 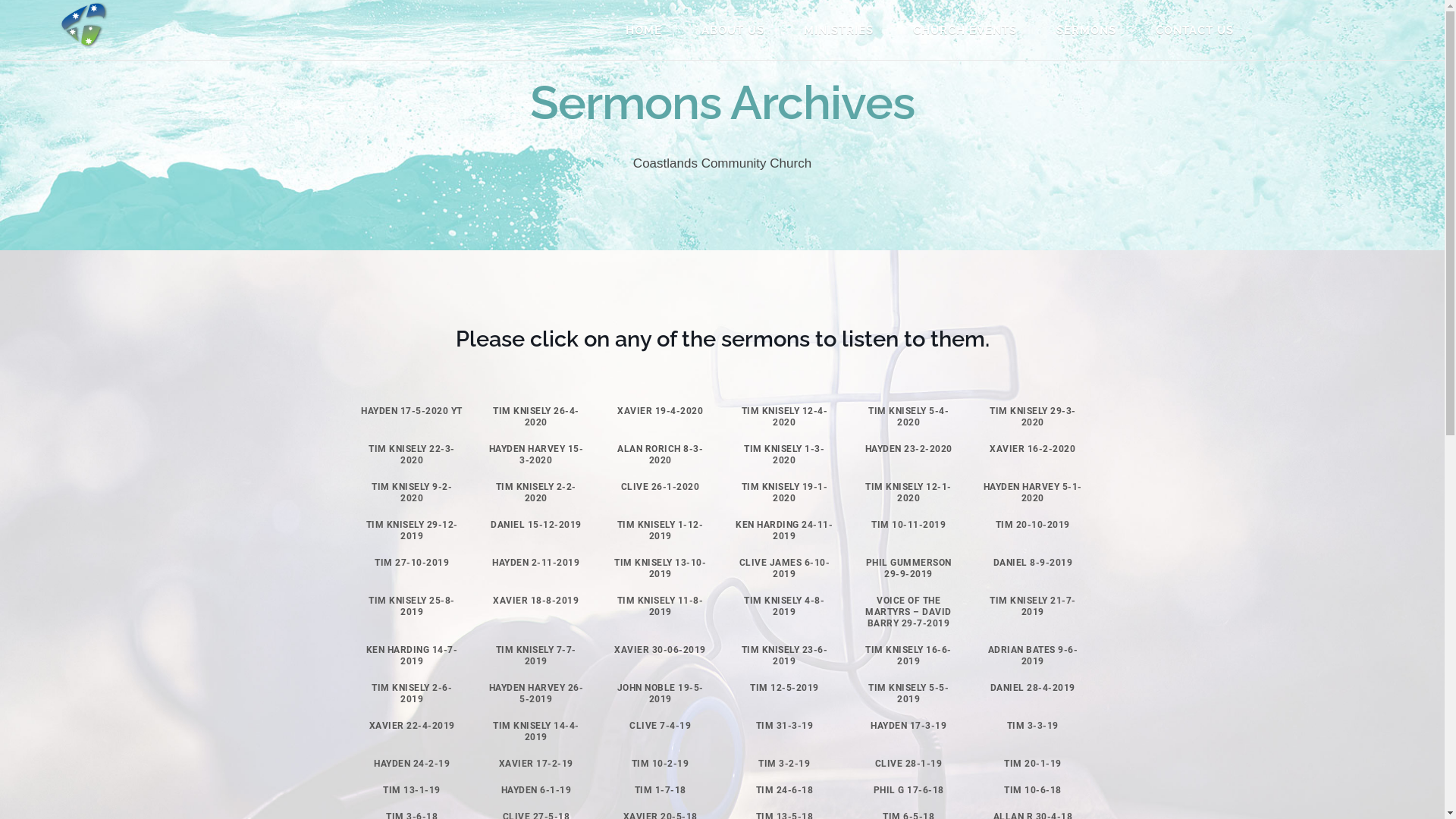 What do you see at coordinates (660, 789) in the screenshot?
I see `'TIM 1-7-18'` at bounding box center [660, 789].